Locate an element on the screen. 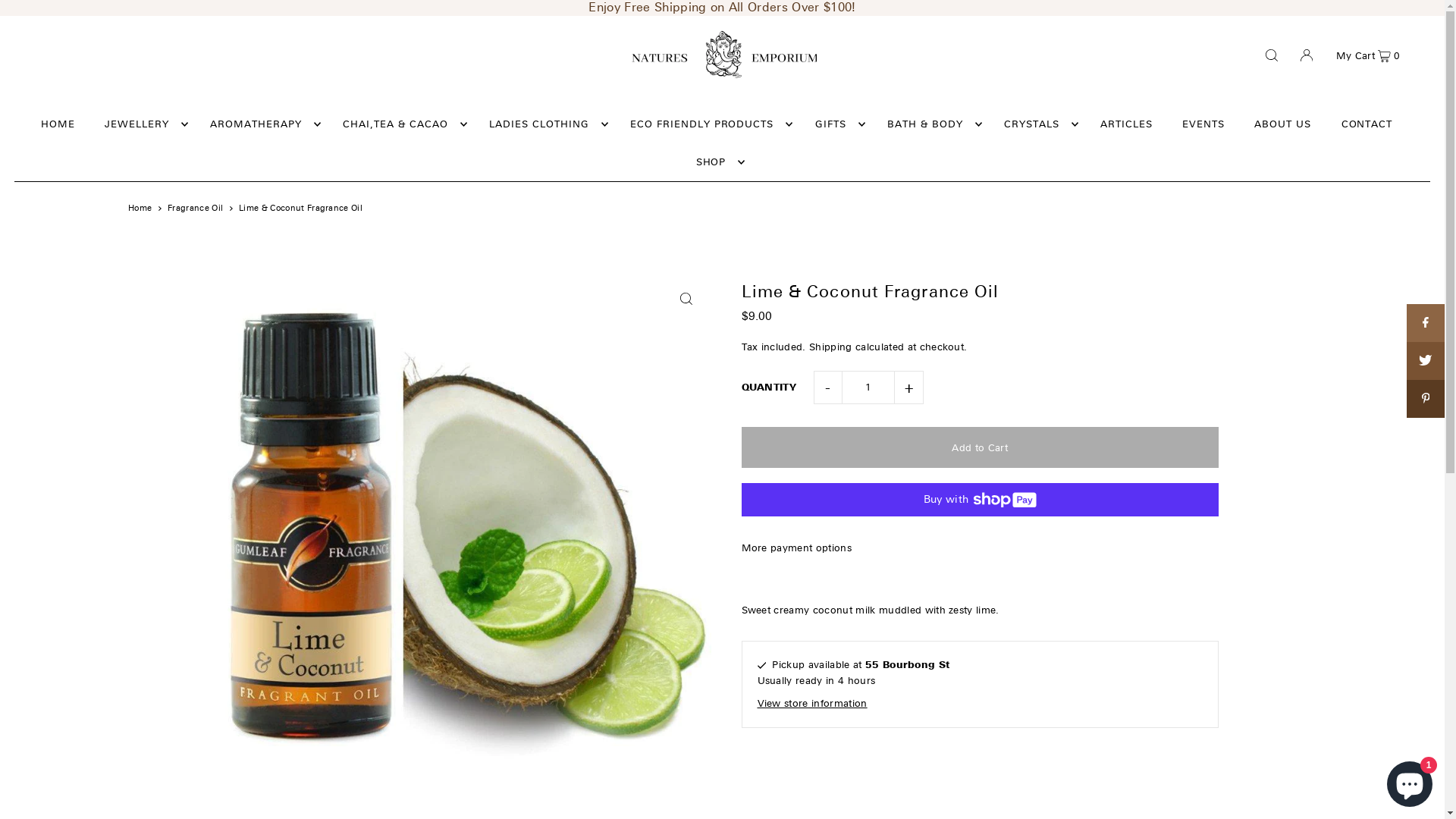 This screenshot has height=819, width=1456. 'ARTICLES' is located at coordinates (1126, 124).